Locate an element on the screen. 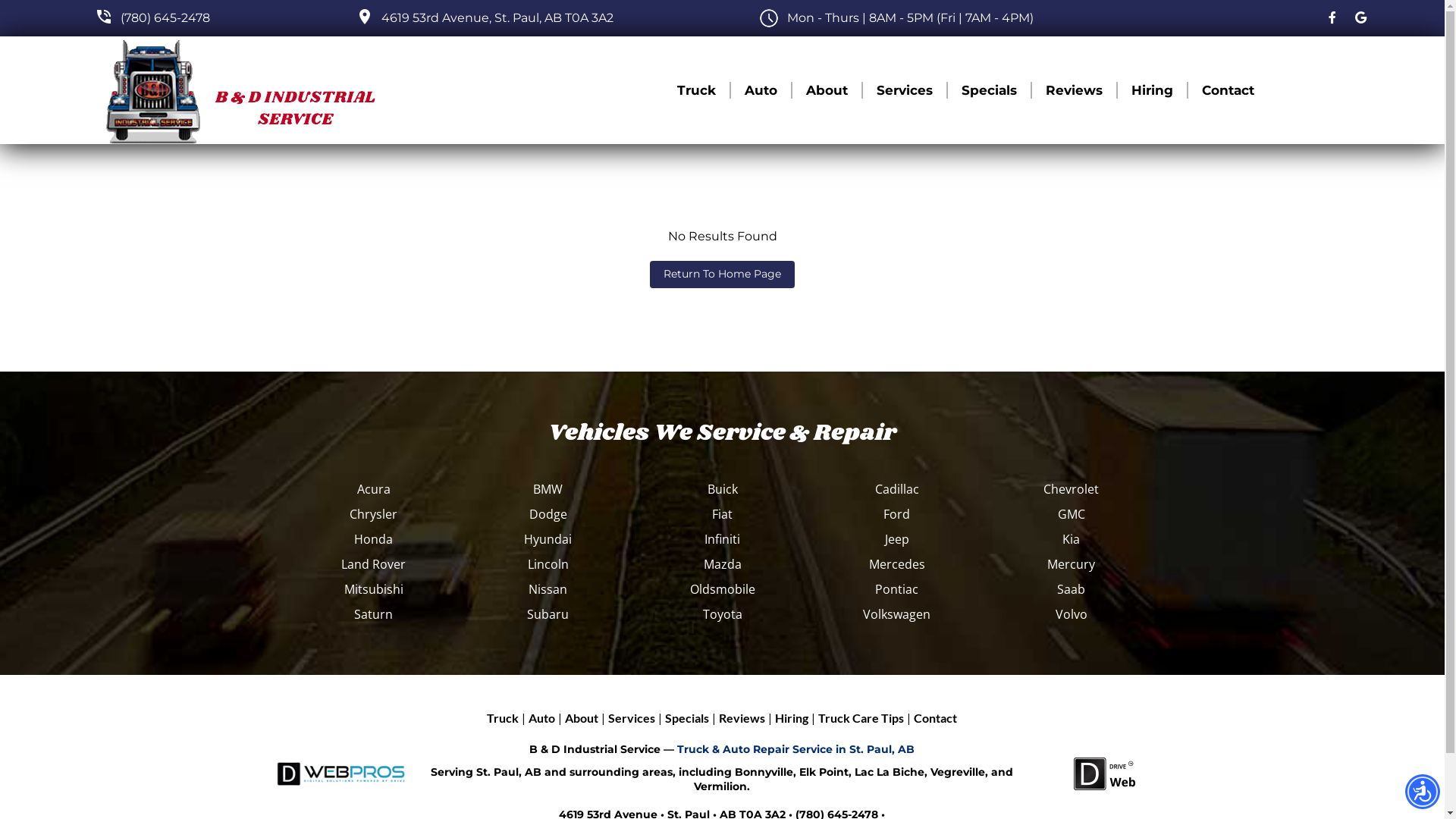 Image resolution: width=1456 pixels, height=819 pixels. 'Contact' is located at coordinates (934, 717).